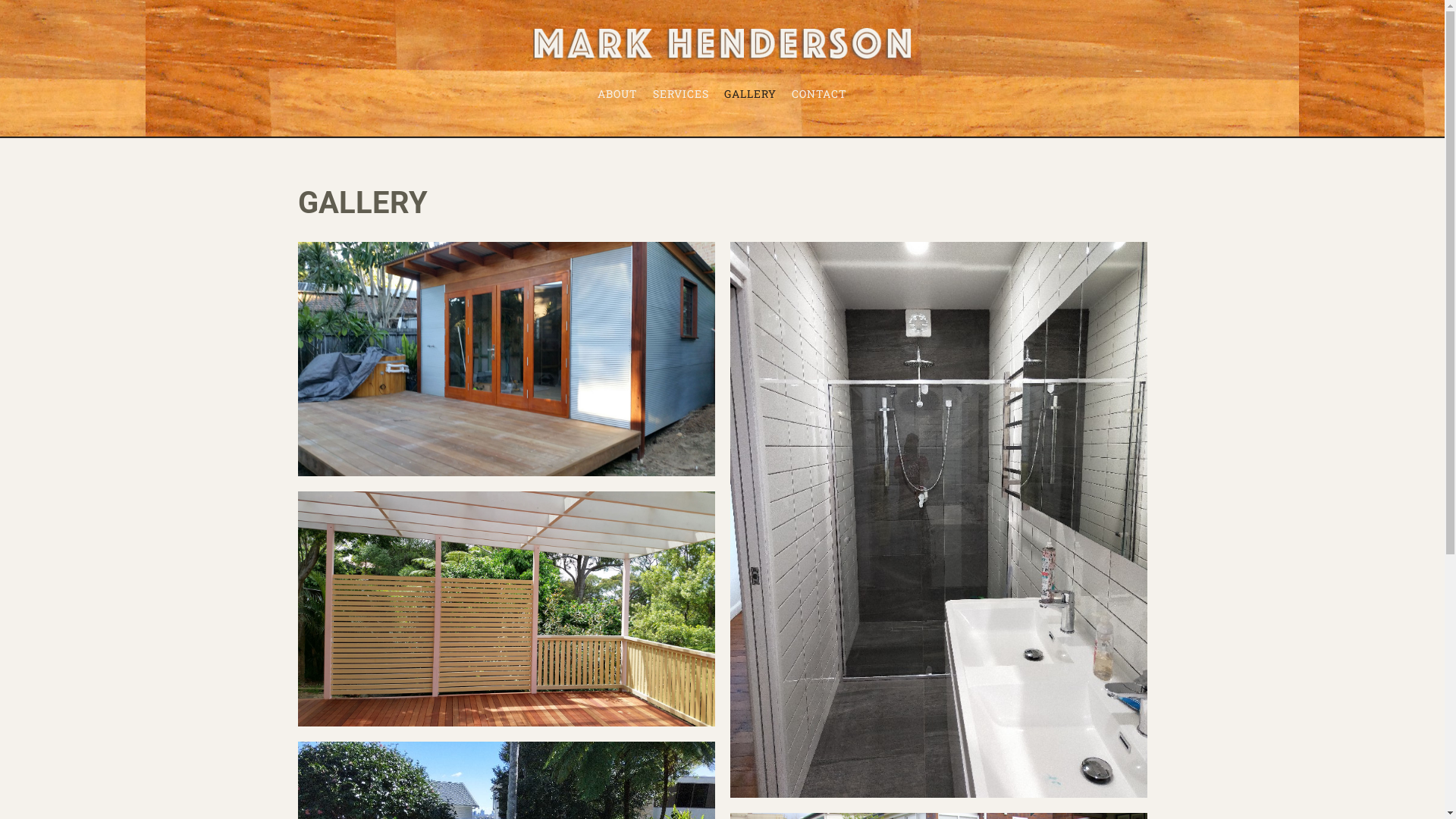 The width and height of the screenshot is (1456, 819). I want to click on 'GALLERY', so click(750, 93).